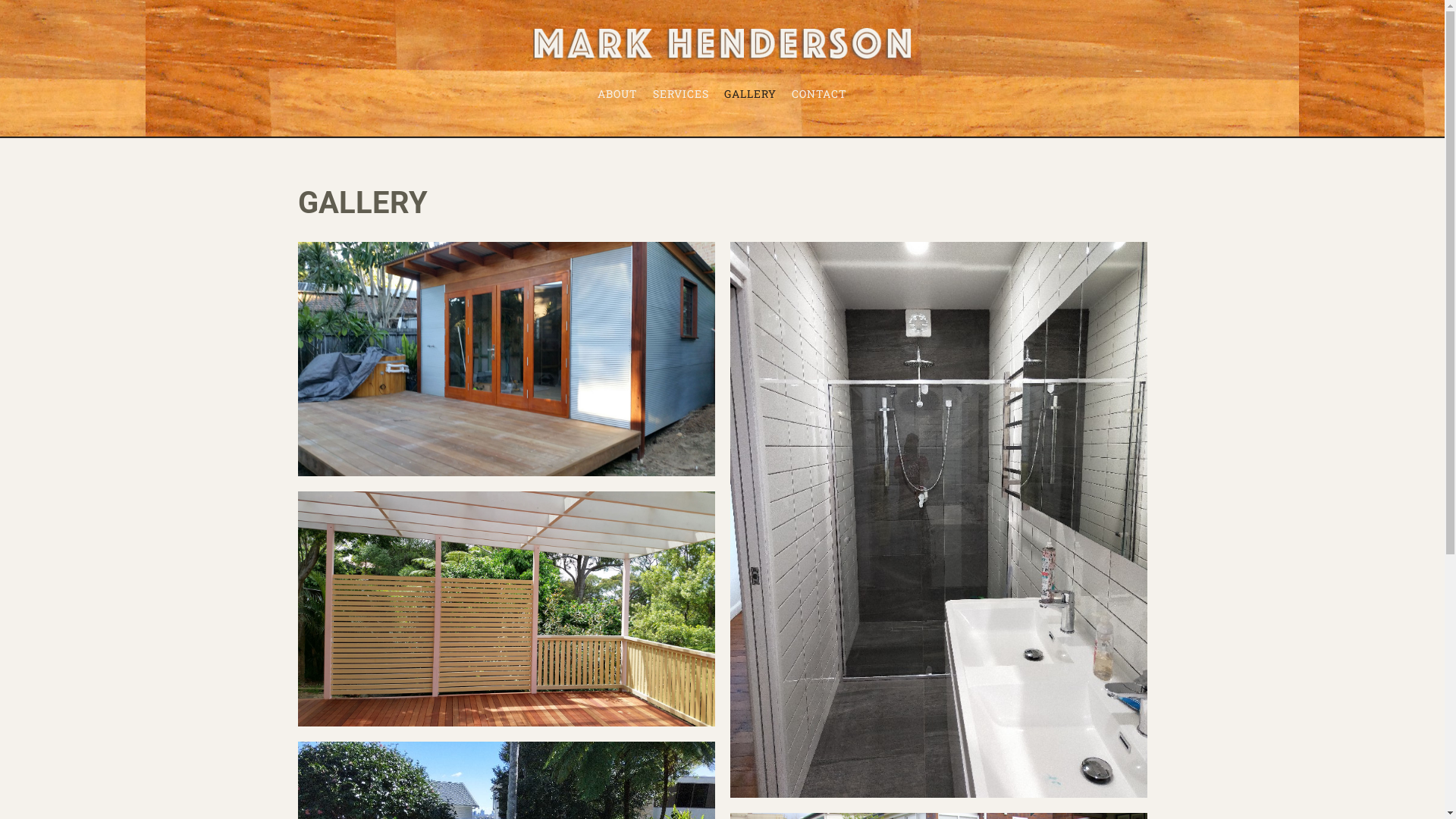 The width and height of the screenshot is (1456, 819). I want to click on 'GALLERY', so click(750, 93).